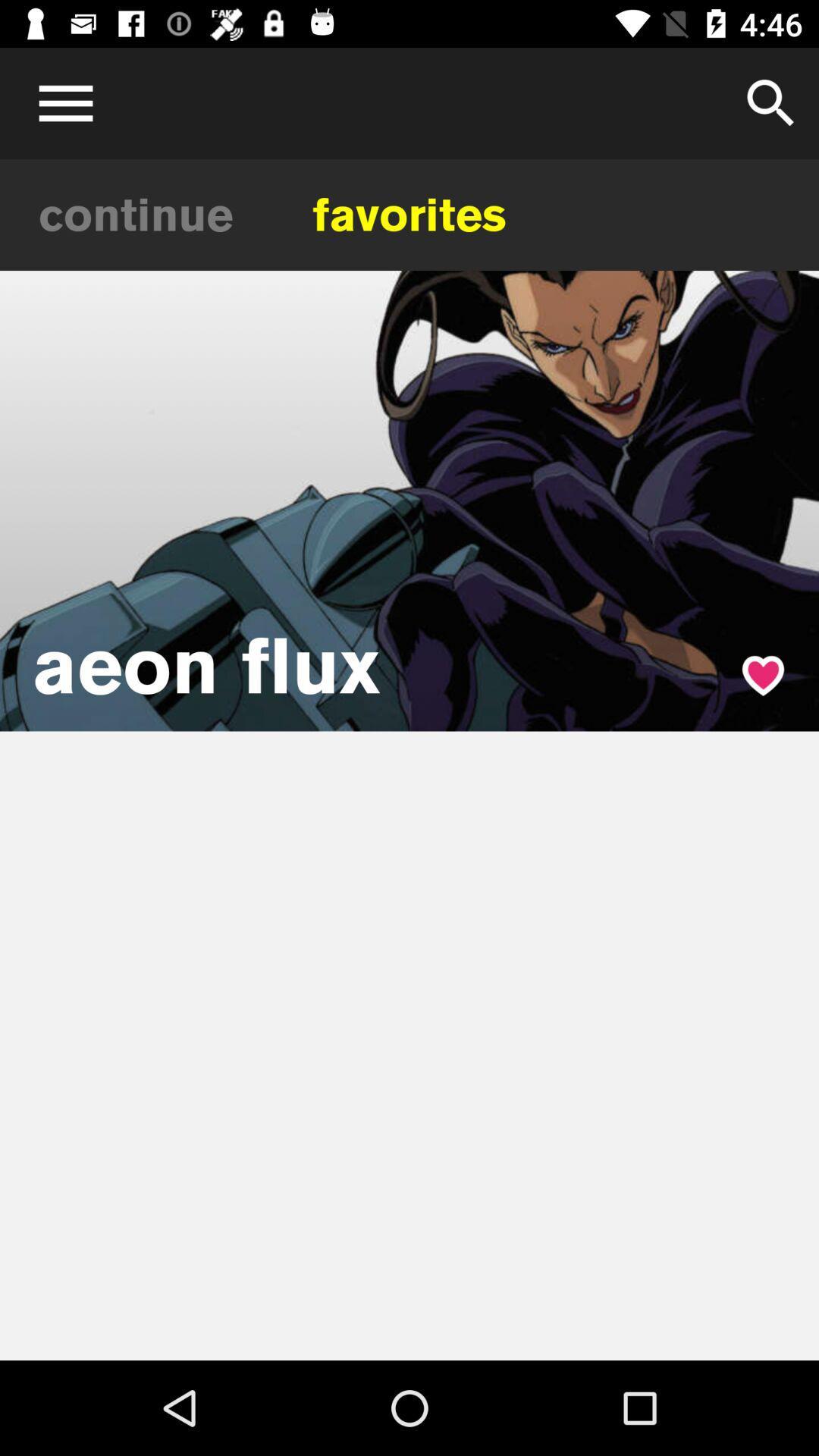 This screenshot has width=819, height=1456. What do you see at coordinates (60, 102) in the screenshot?
I see `menu icon` at bounding box center [60, 102].